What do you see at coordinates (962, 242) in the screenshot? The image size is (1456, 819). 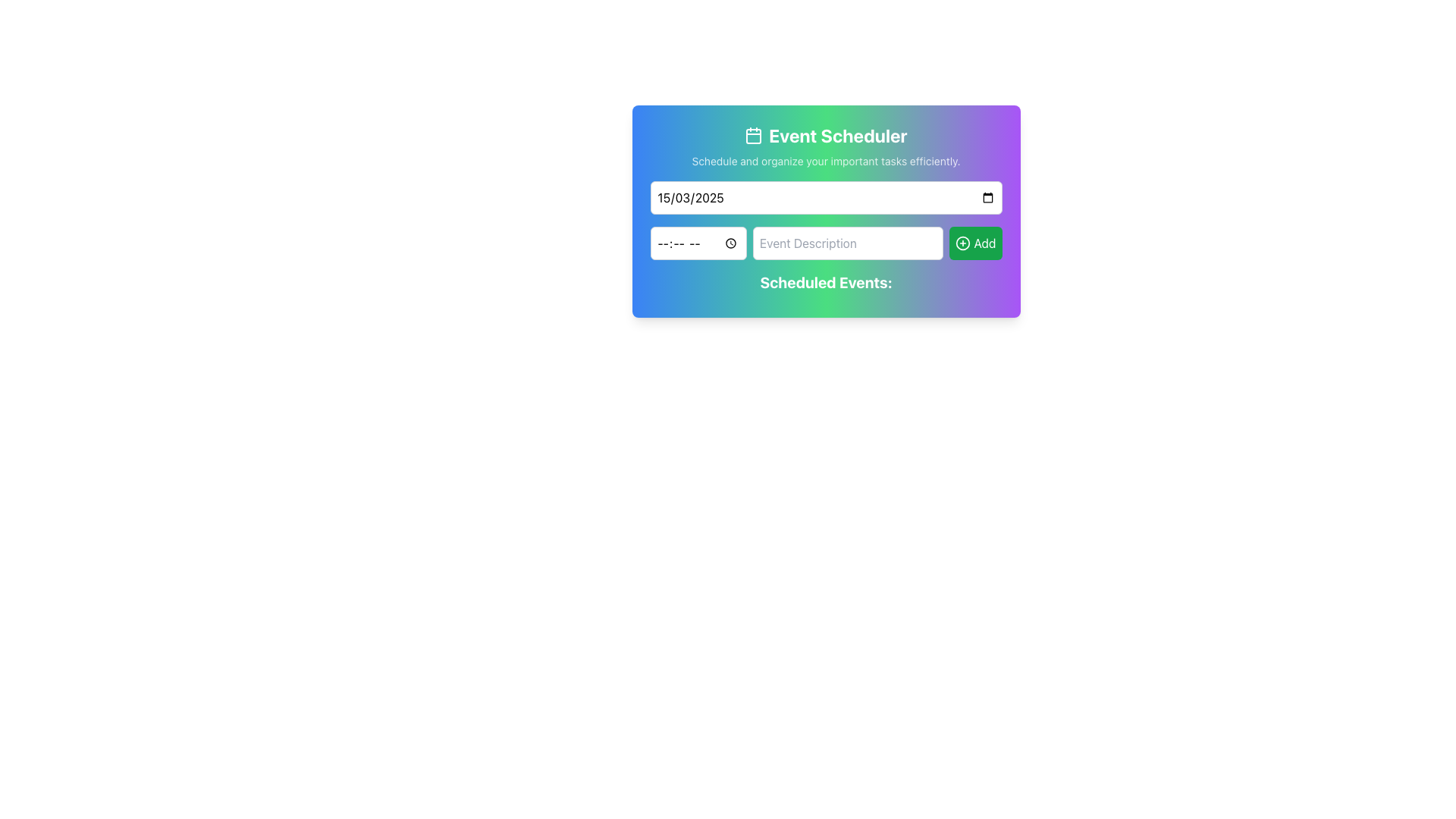 I see `the circular 'Add' icon with a plus sign in the center, located in the bottom right corner of the main interface area` at bounding box center [962, 242].